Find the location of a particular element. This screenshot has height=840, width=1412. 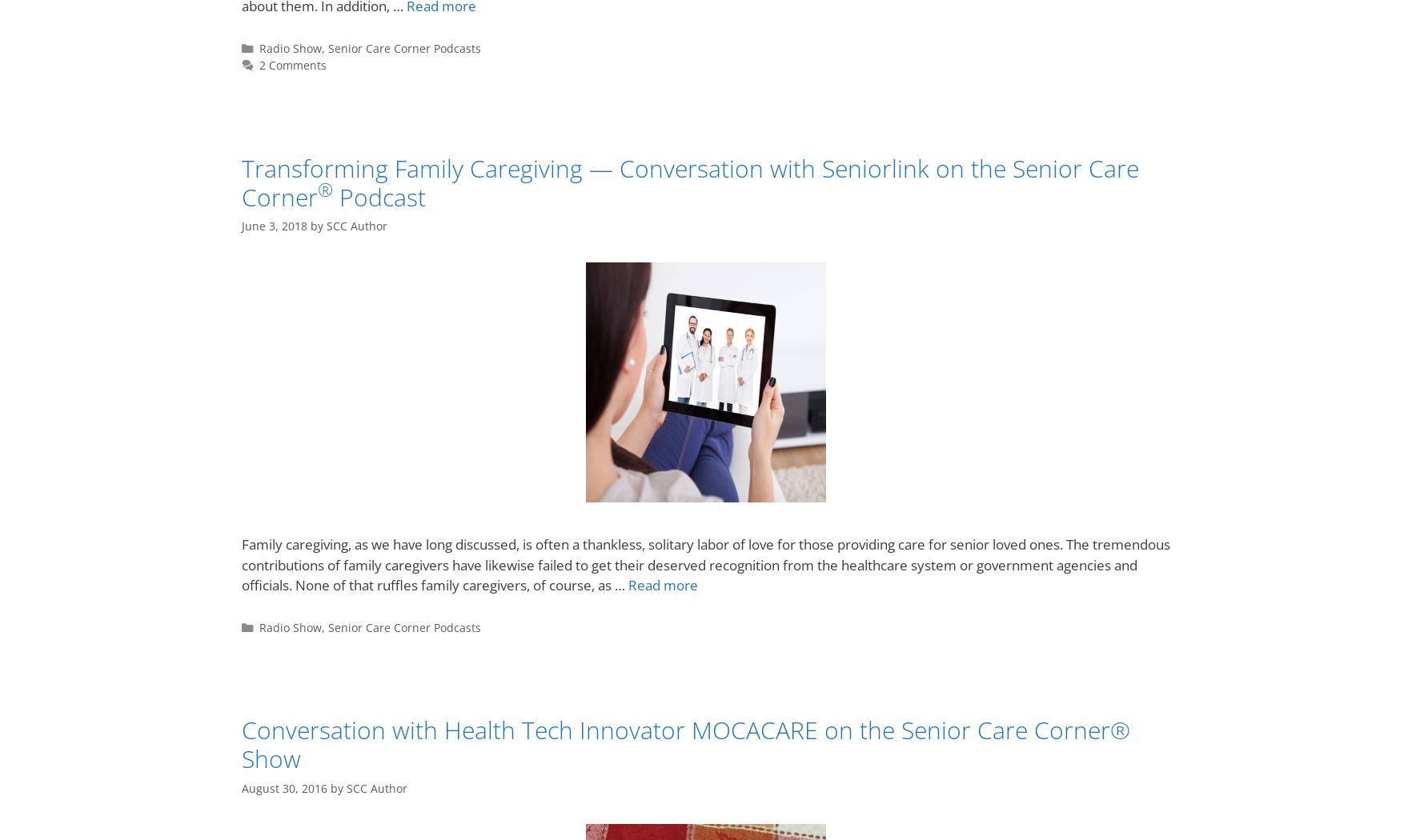

'Conversation with Health Tech Innovator MOCACARE on the Senior Care Corner® Show' is located at coordinates (685, 744).